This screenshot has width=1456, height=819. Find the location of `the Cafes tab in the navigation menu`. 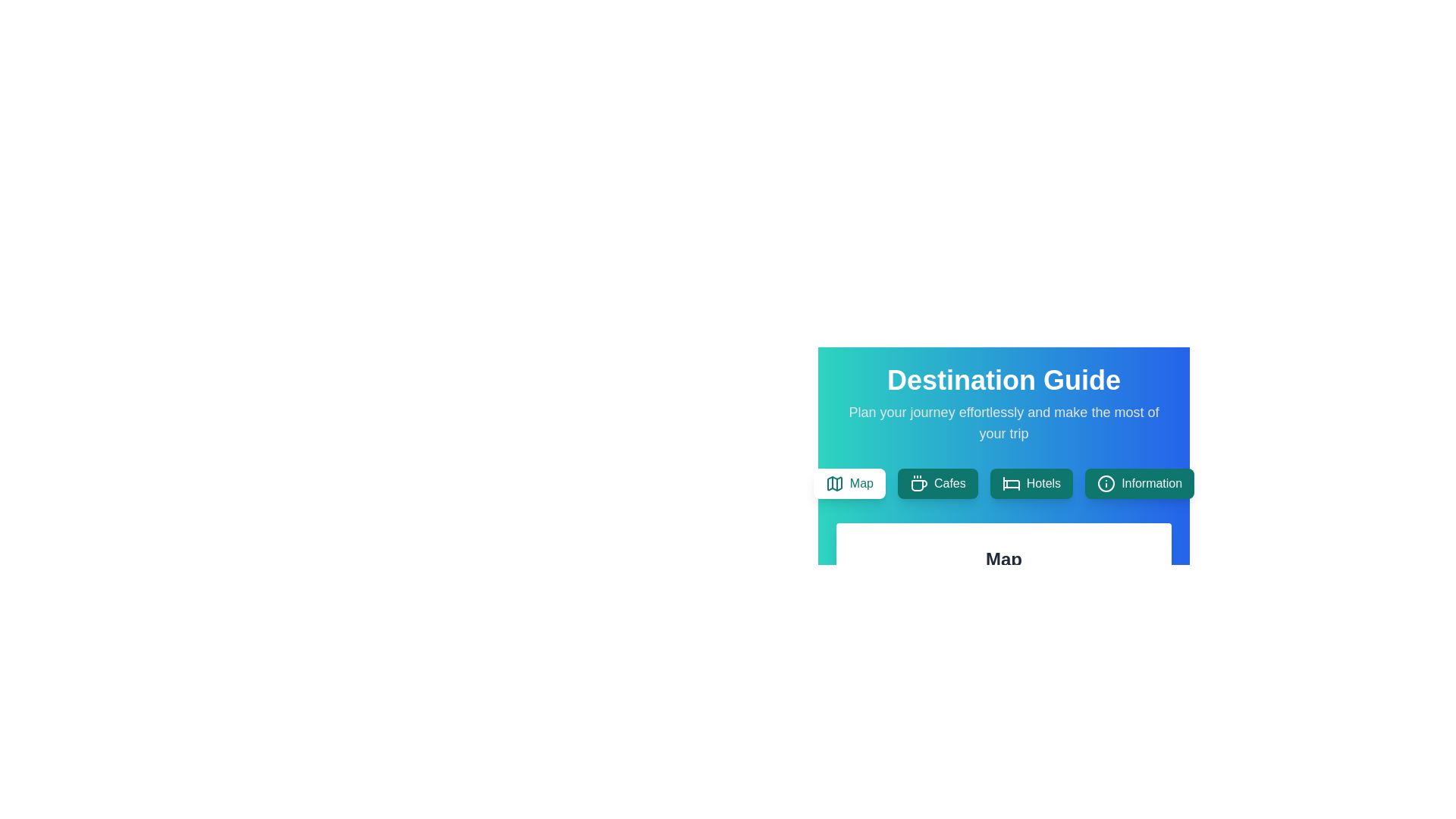

the Cafes tab in the navigation menu is located at coordinates (937, 483).